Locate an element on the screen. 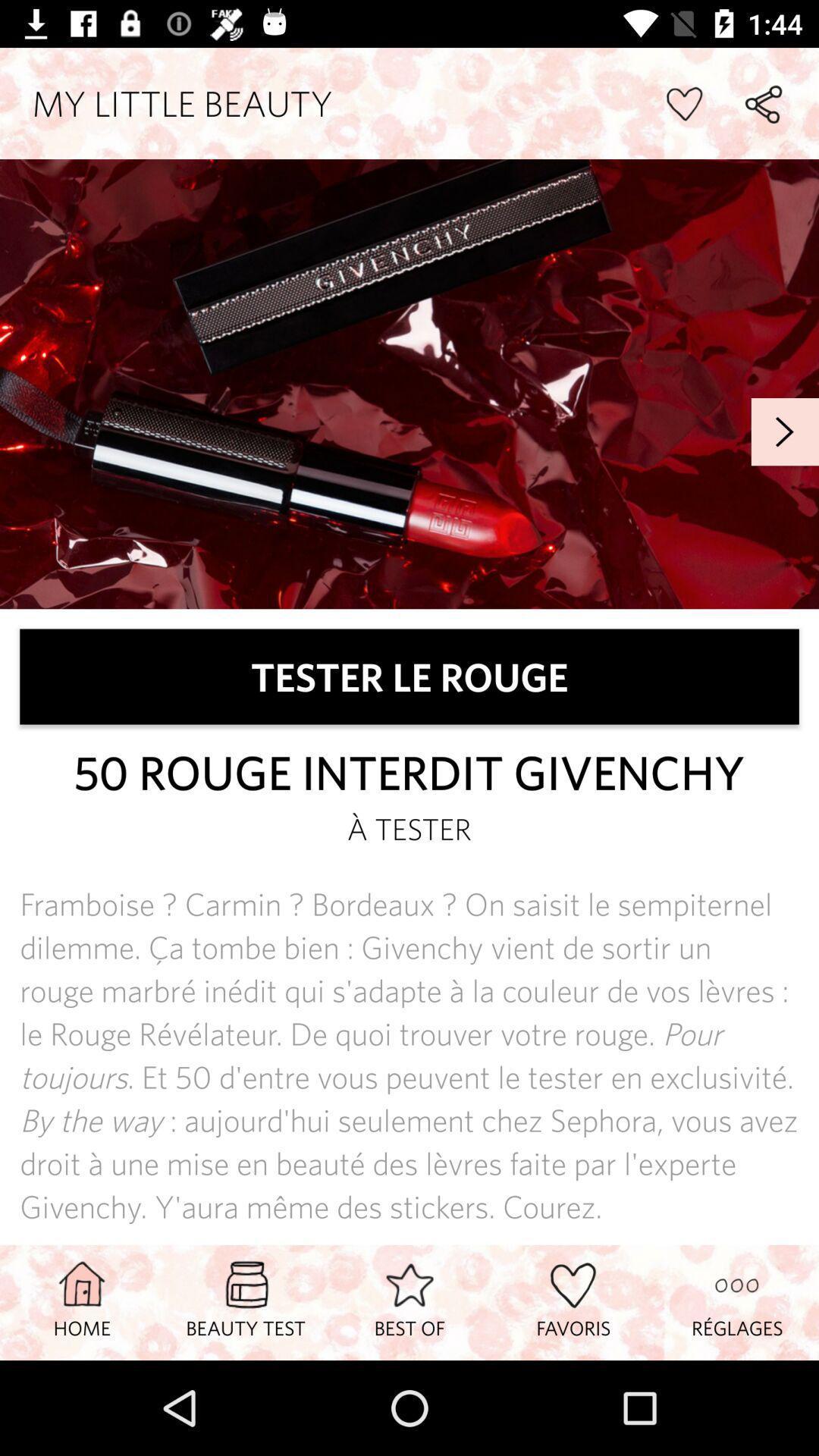 This screenshot has width=819, height=1456. the item to the right of the beauty test item is located at coordinates (409, 1301).